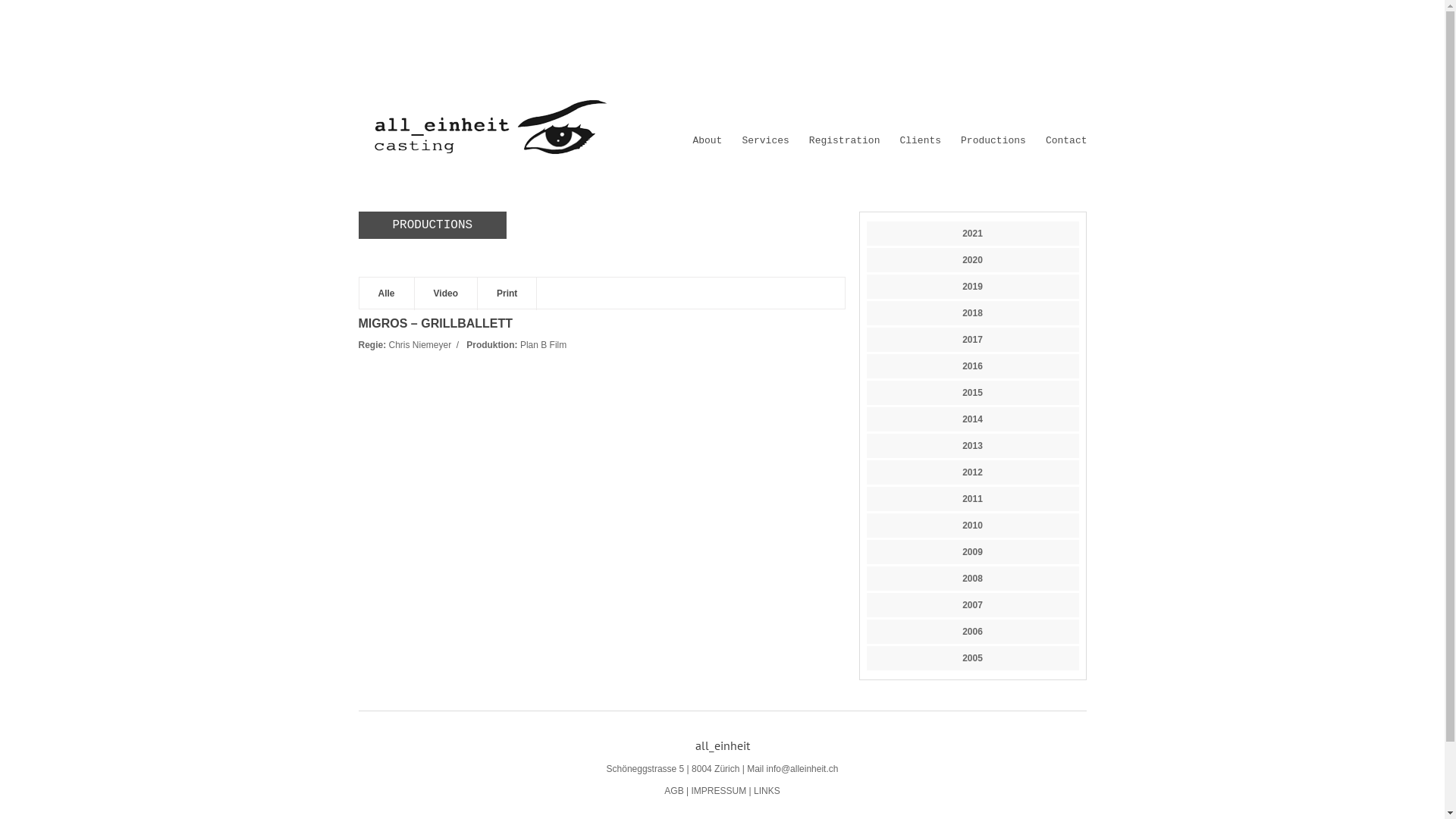 This screenshot has width=1456, height=819. What do you see at coordinates (971, 234) in the screenshot?
I see `'2021'` at bounding box center [971, 234].